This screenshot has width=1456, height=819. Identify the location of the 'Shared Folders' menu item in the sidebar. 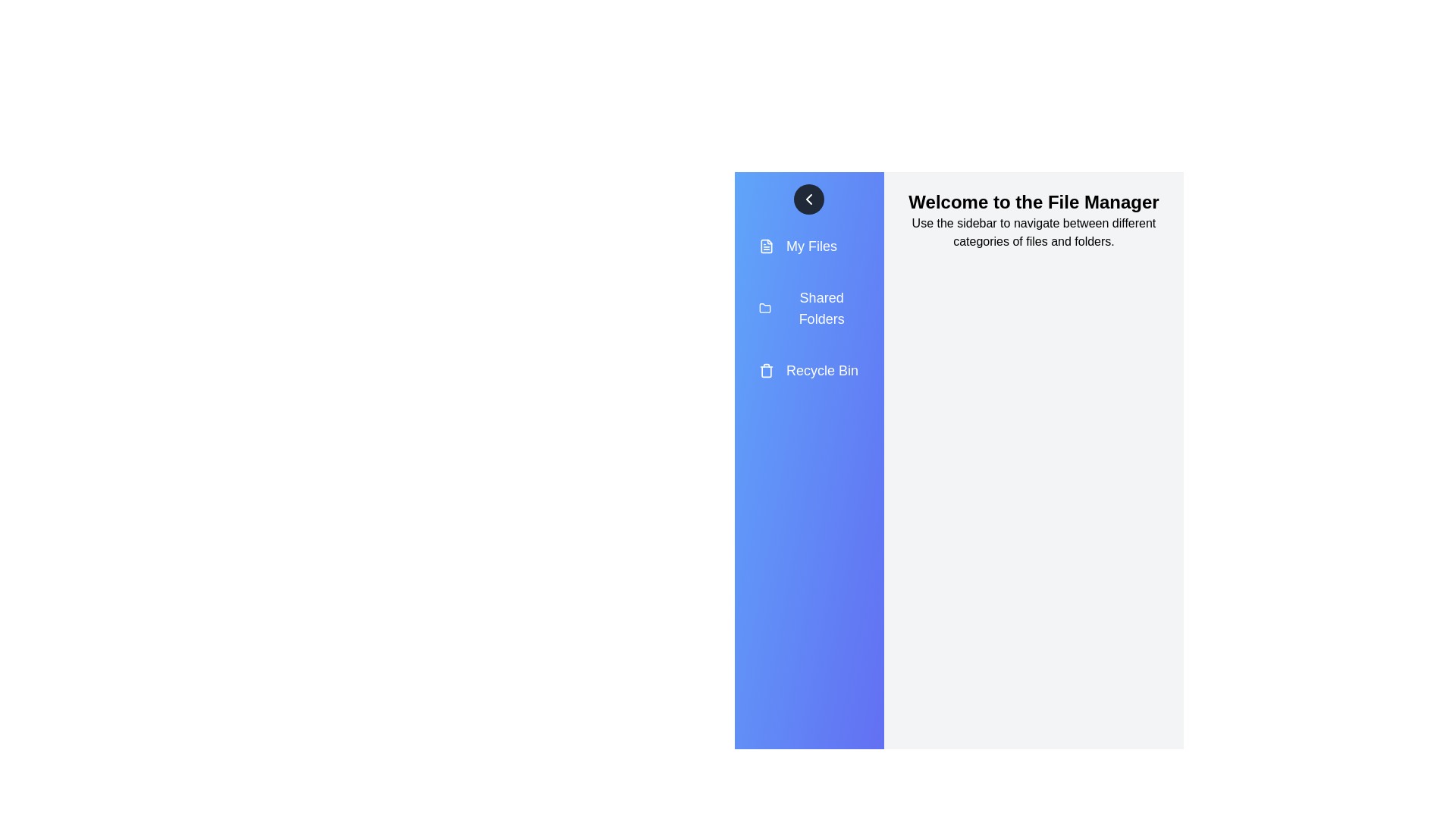
(808, 308).